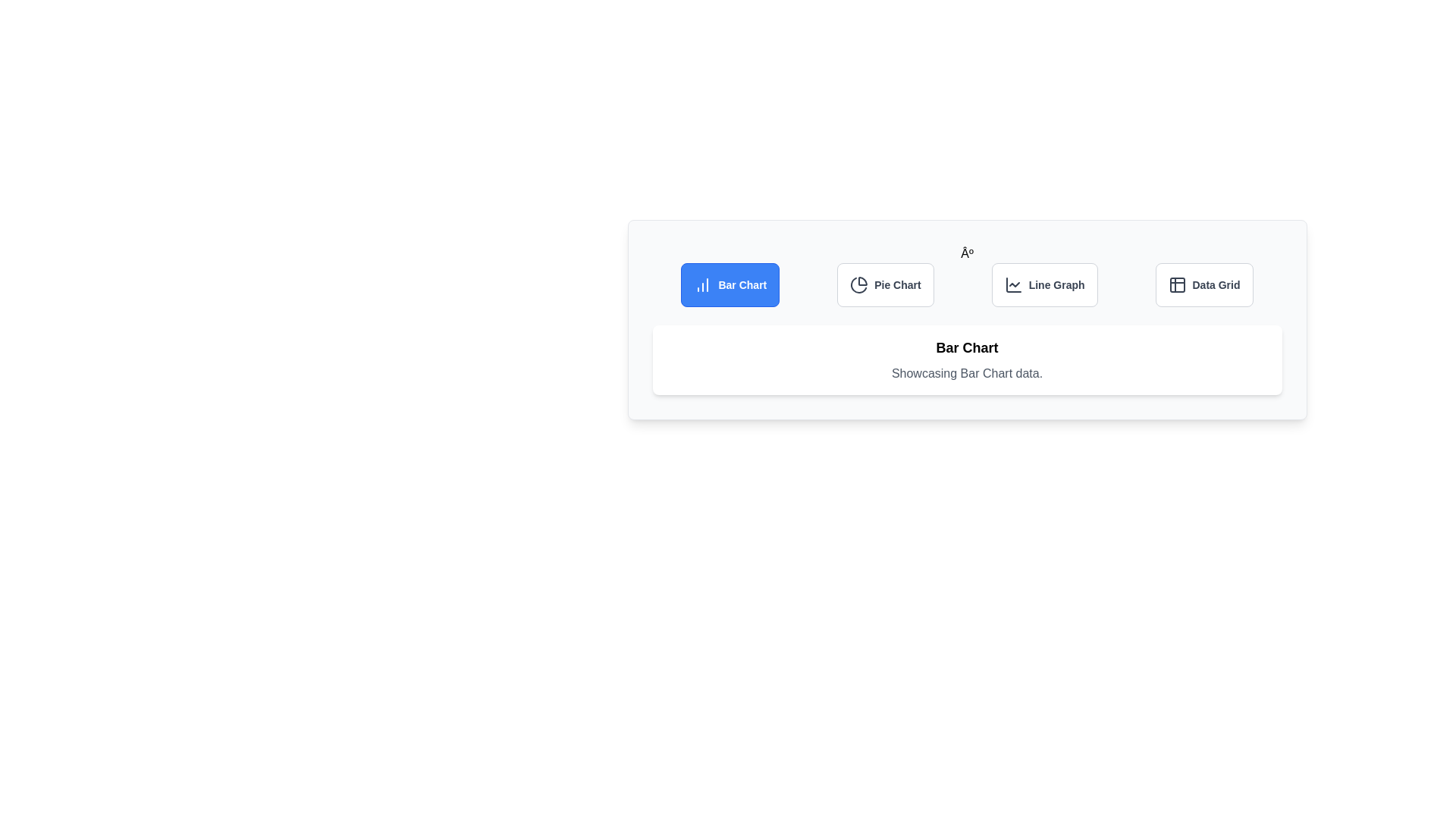  What do you see at coordinates (1203, 284) in the screenshot?
I see `the Data Grid tab to view its data visualization` at bounding box center [1203, 284].